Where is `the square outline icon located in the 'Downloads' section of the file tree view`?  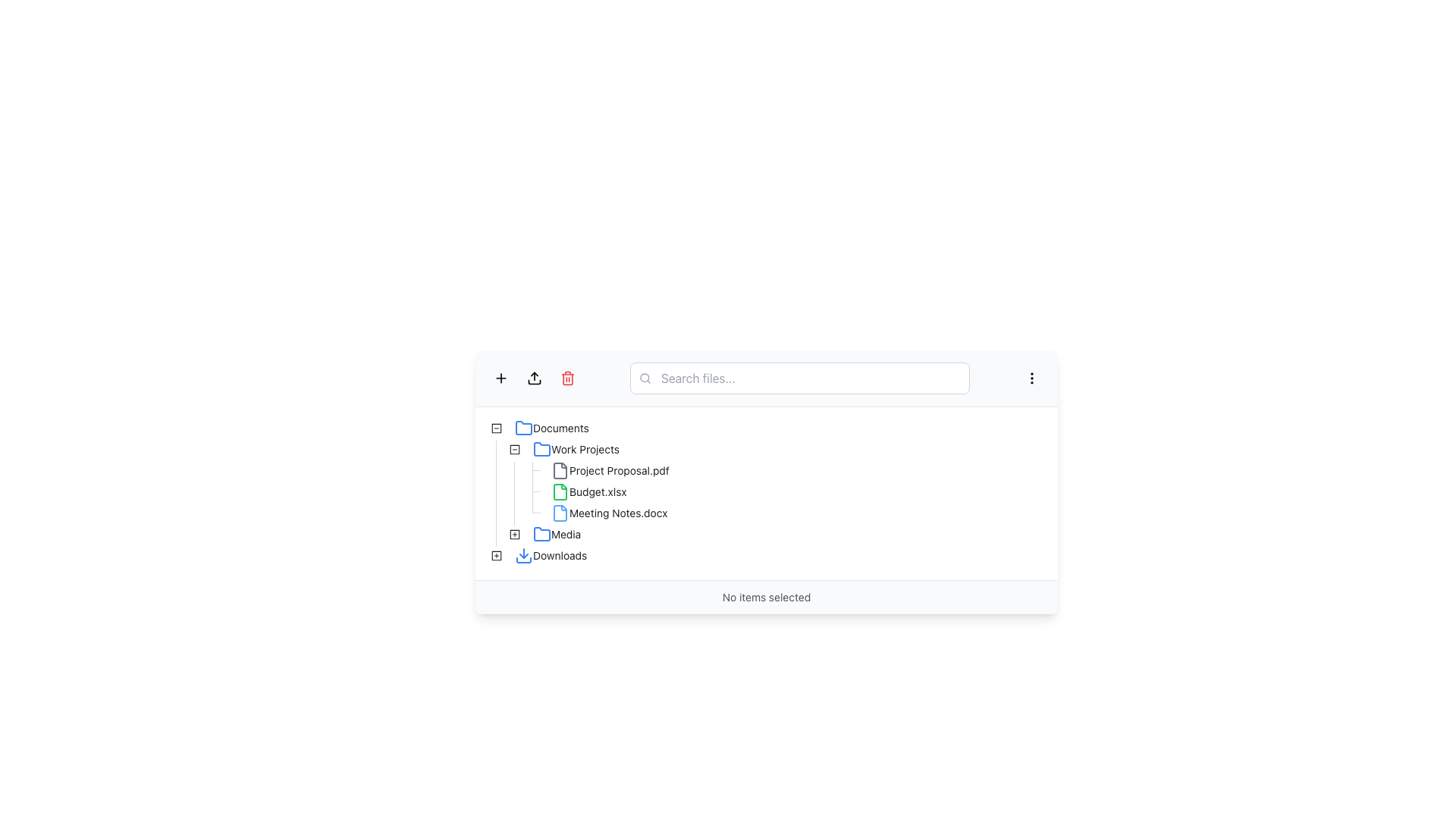 the square outline icon located in the 'Downloads' section of the file tree view is located at coordinates (496, 555).